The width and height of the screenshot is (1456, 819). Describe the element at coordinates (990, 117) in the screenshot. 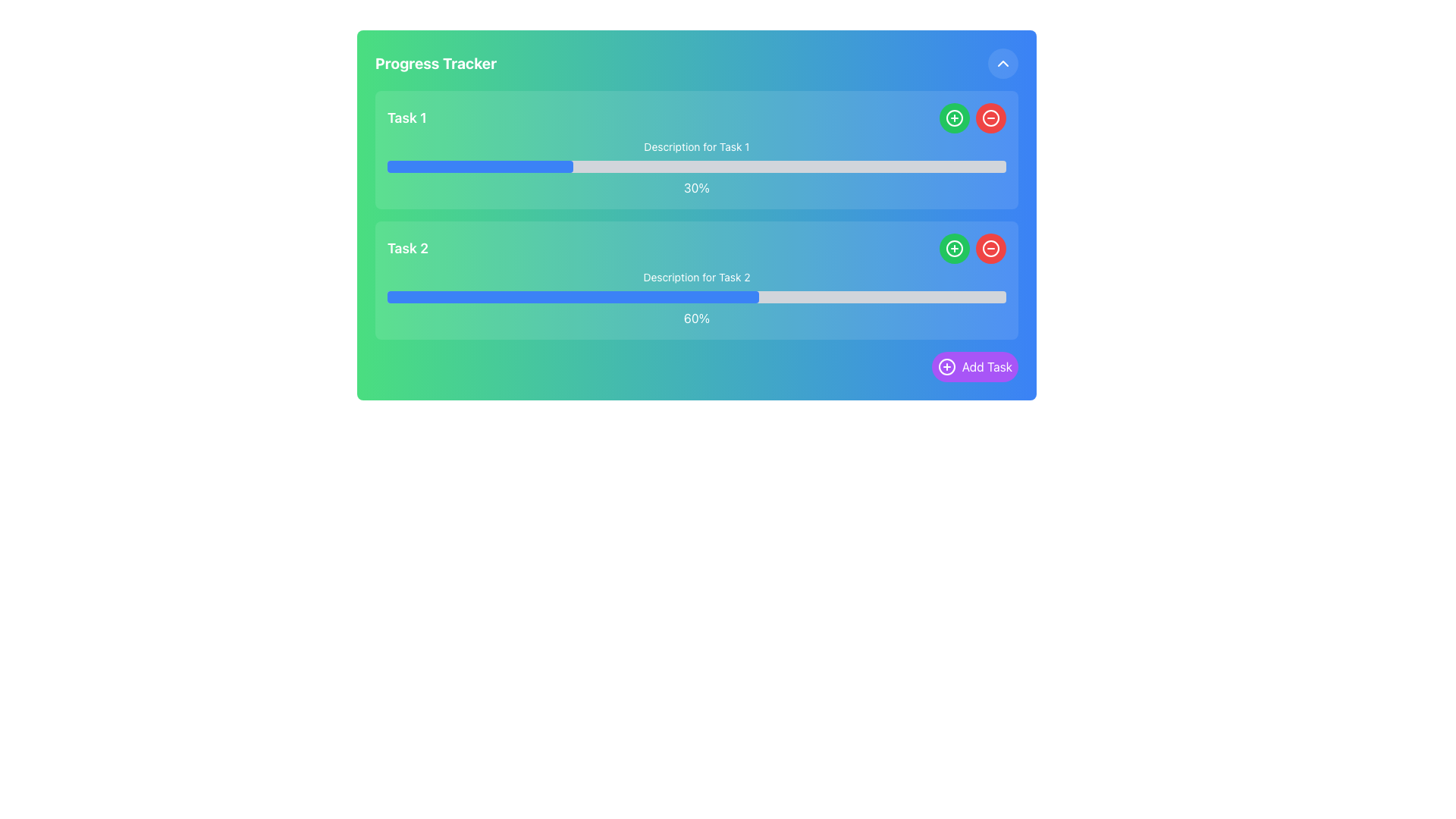

I see `the 'remove' icon button located in the top-right corner of the Task 1 row` at that location.